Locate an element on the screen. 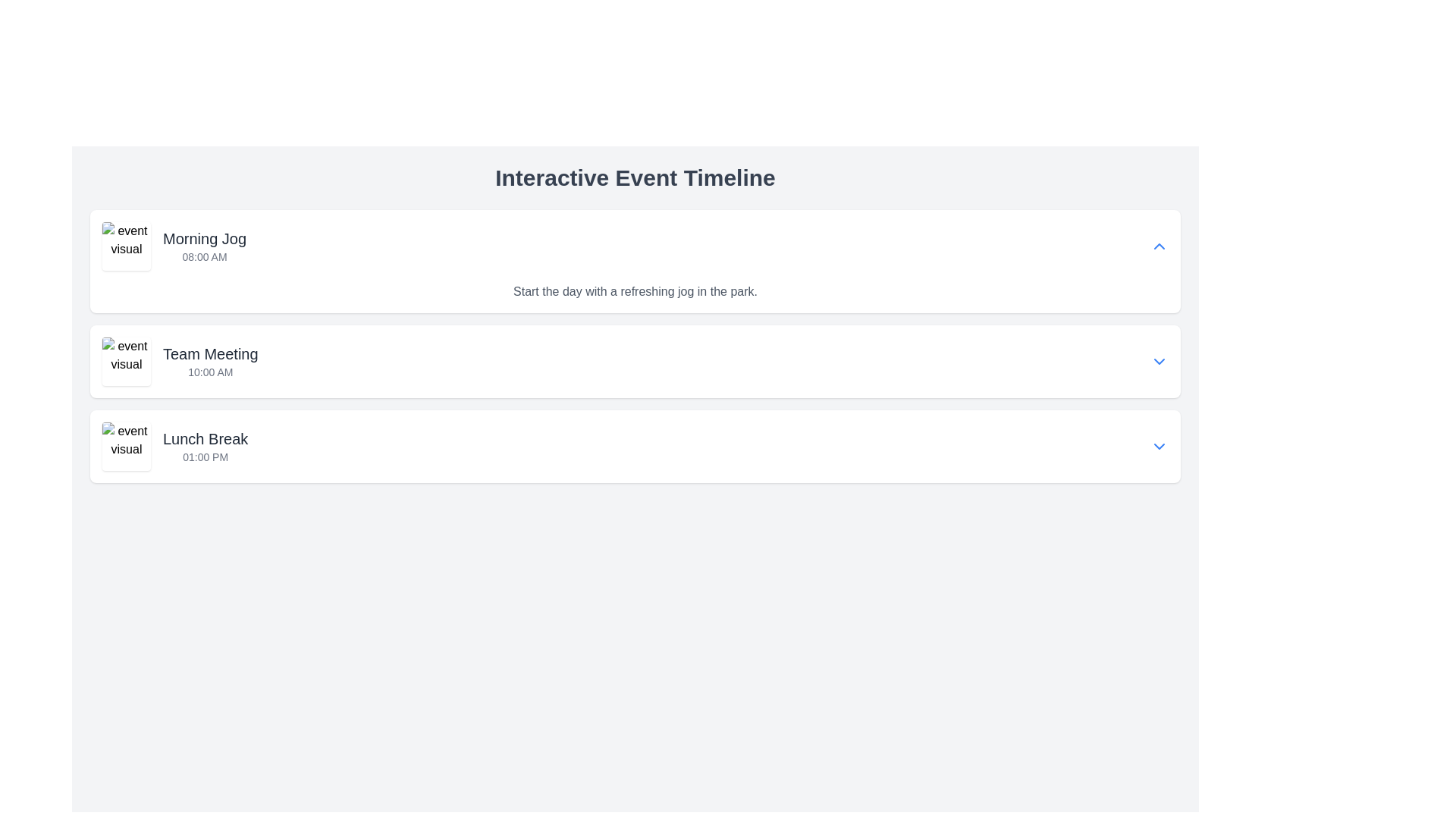 The height and width of the screenshot is (819, 1456). text from the 'Lunch Break' label, which is displayed in a larger, bold dark gray font at the top of the third event card in the timeline layout is located at coordinates (205, 438).